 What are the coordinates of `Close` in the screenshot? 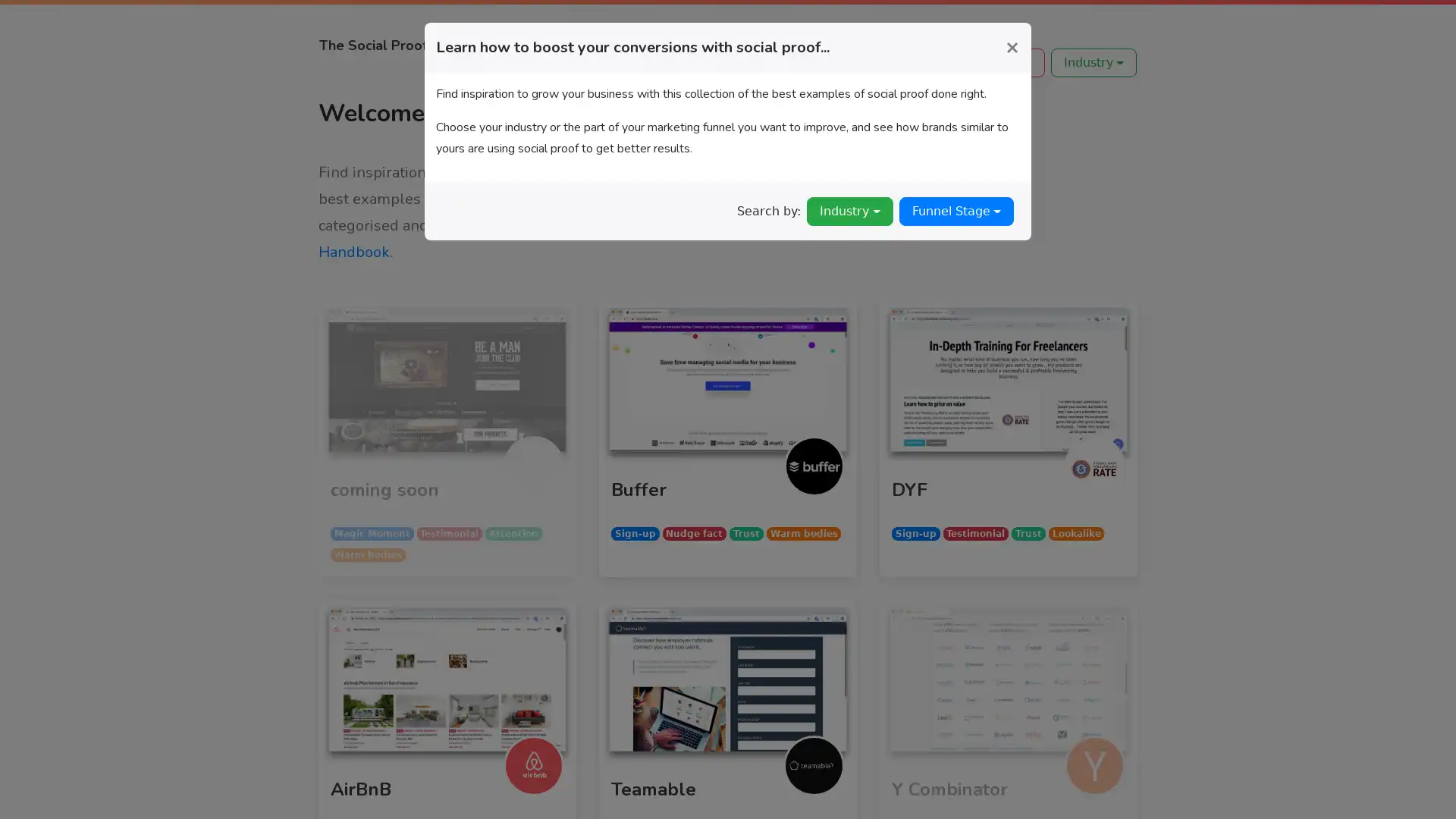 It's located at (1012, 45).